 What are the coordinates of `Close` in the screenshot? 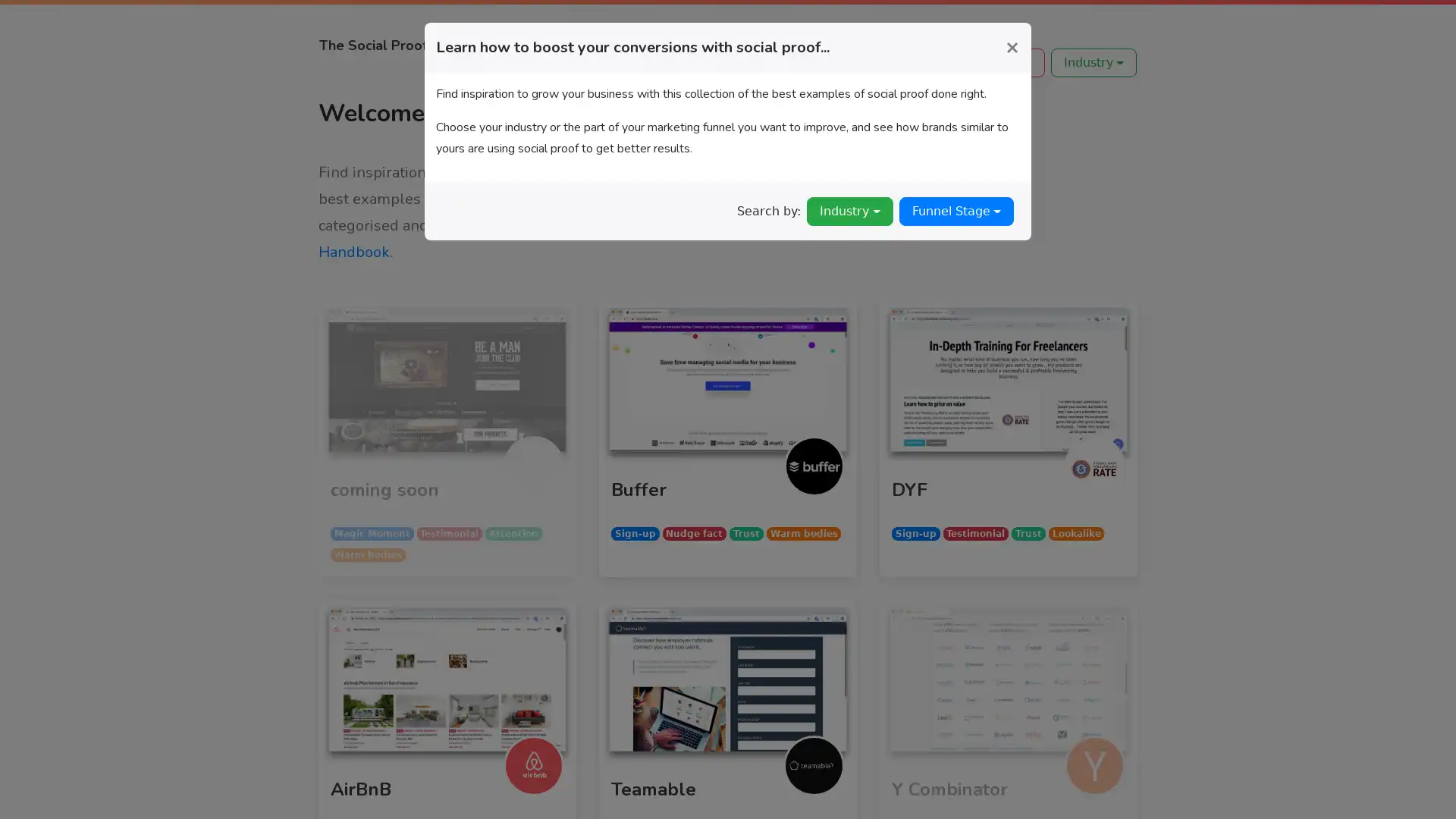 It's located at (1012, 45).